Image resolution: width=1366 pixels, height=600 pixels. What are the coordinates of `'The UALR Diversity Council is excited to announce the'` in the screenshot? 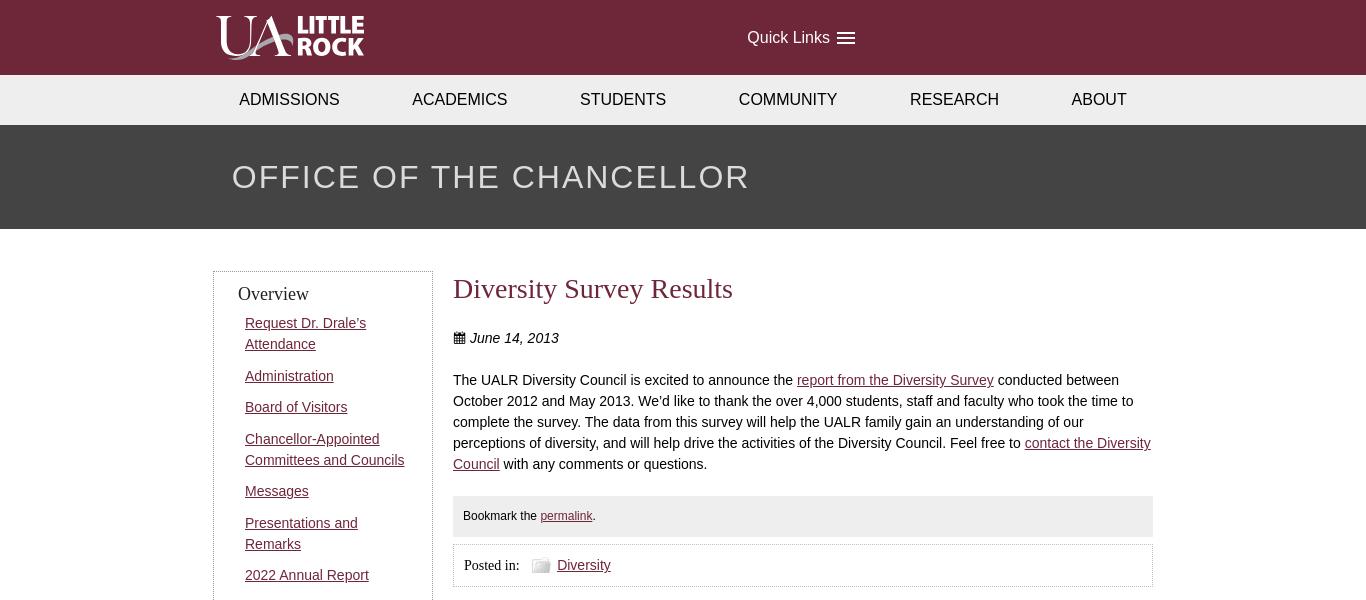 It's located at (623, 379).